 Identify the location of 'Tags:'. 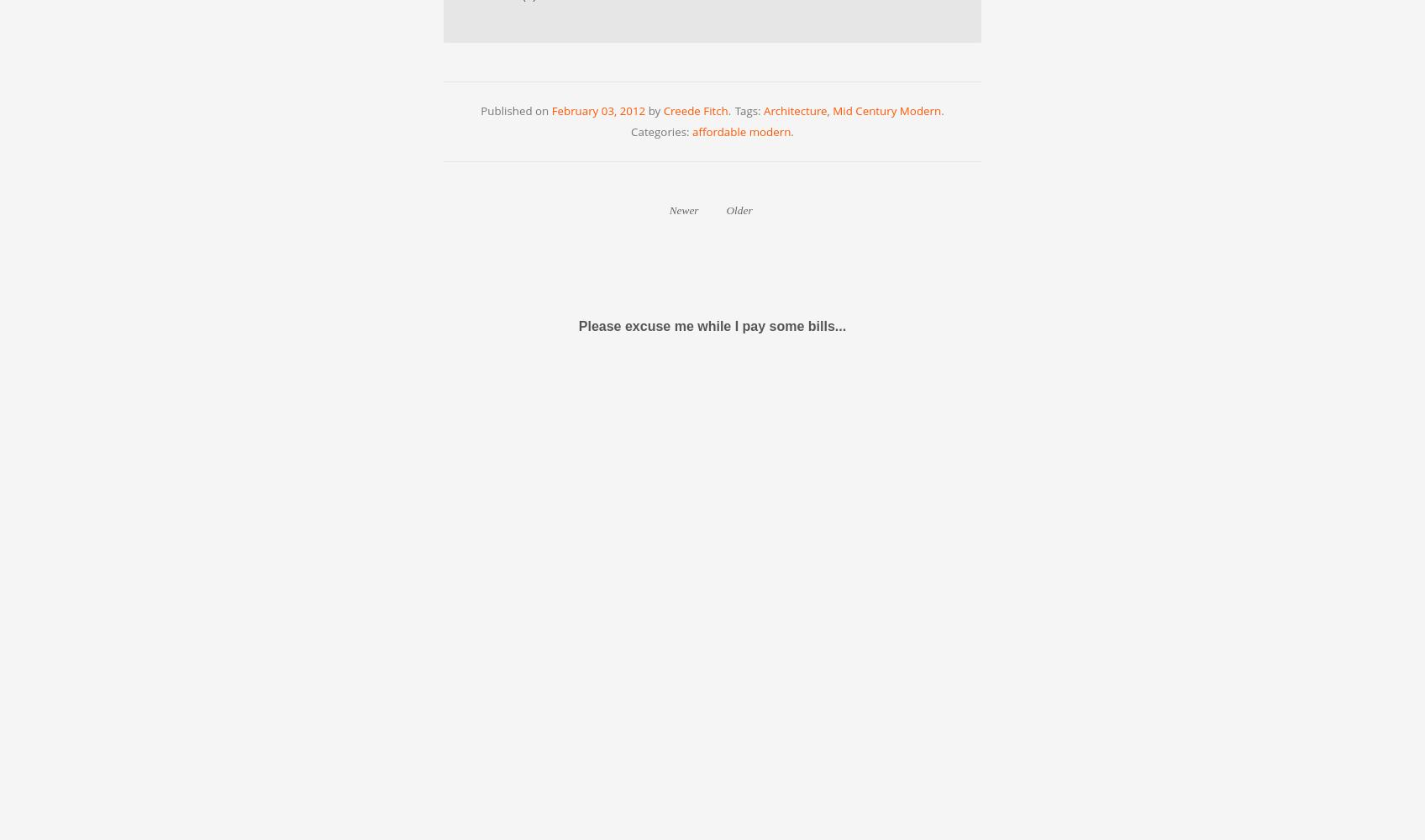
(749, 110).